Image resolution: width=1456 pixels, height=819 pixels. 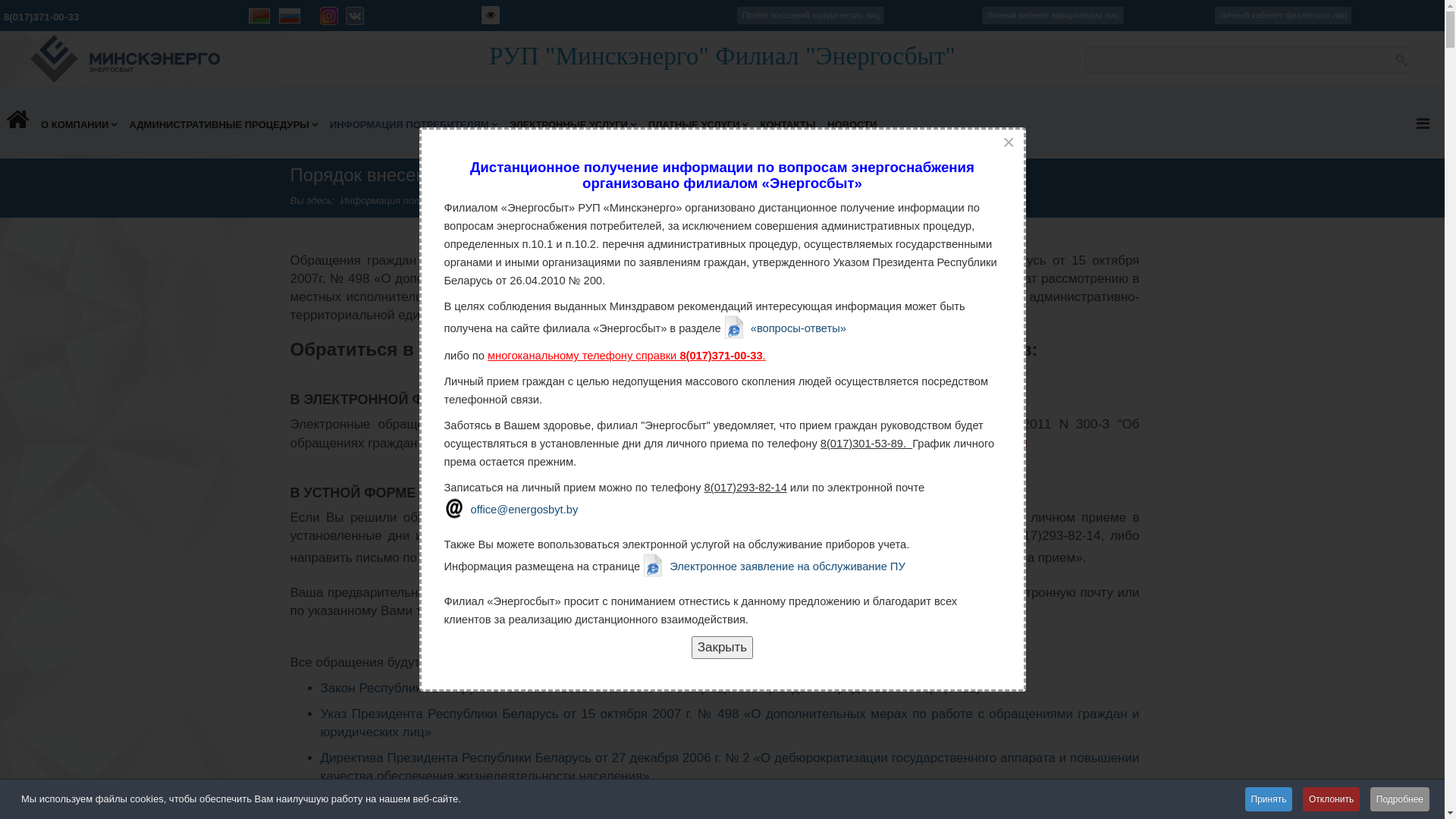 I want to click on 'office@energosbyt.by', so click(x=511, y=508).